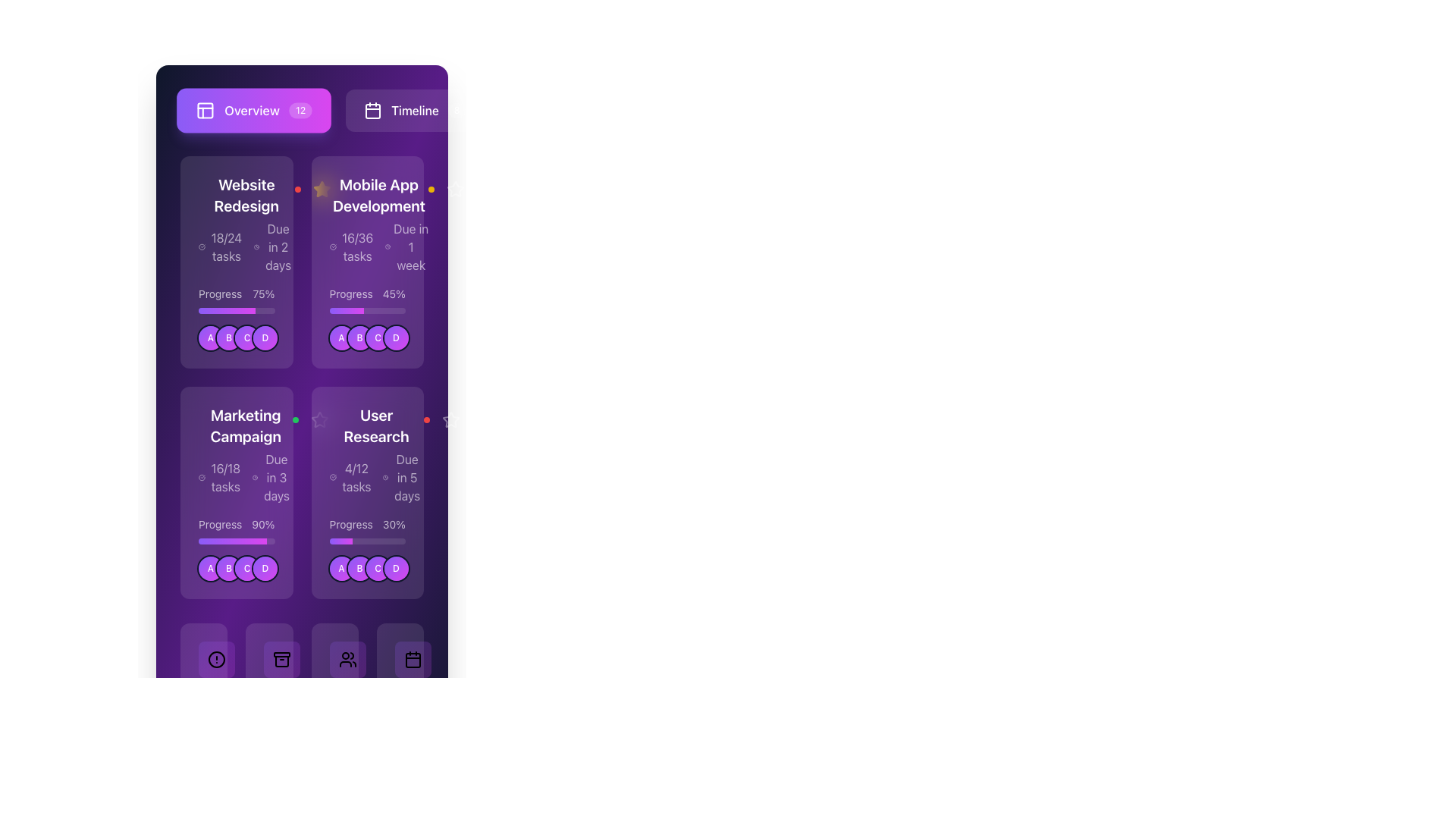  Describe the element at coordinates (300, 110) in the screenshot. I see `the button containing the Notification Badge located next to the 'Overview' text in the top navigation bar to interact with the related section` at that location.